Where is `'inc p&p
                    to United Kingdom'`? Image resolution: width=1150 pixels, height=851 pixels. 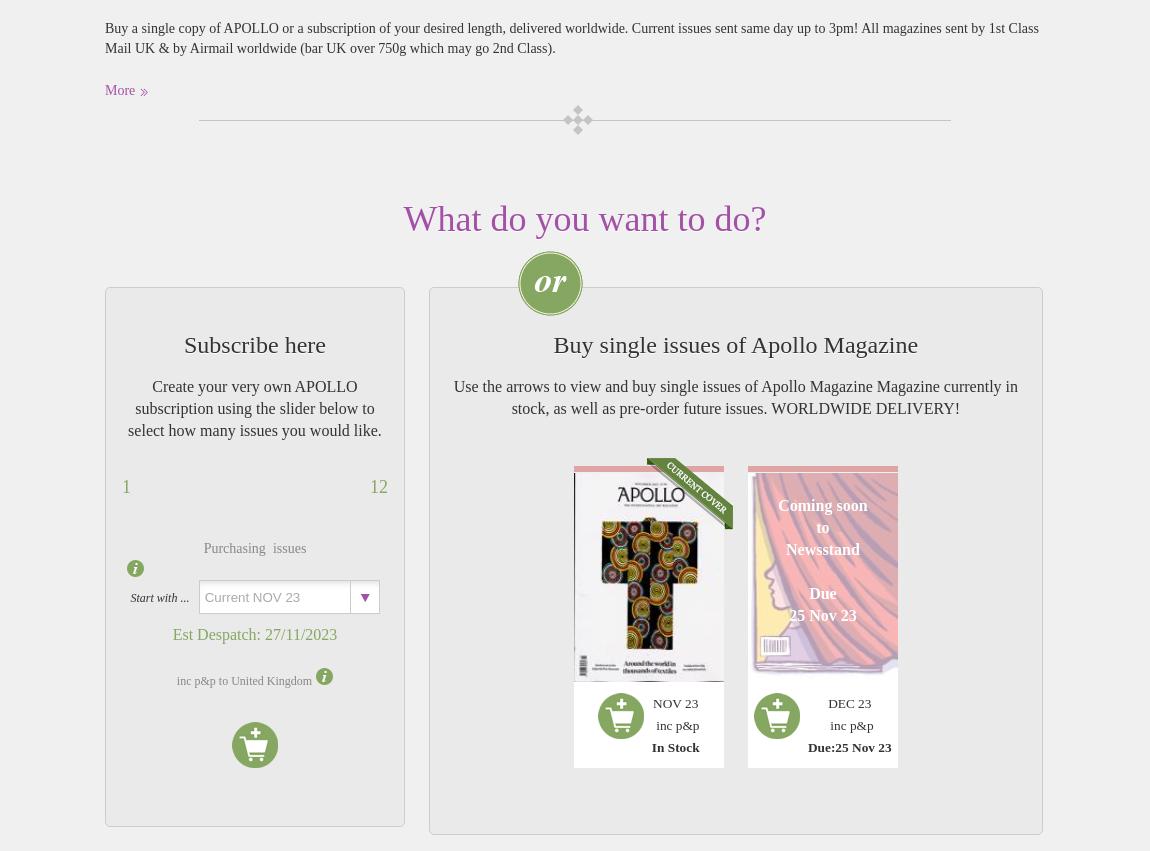 'inc p&p
                    to United Kingdom' is located at coordinates (174, 680).